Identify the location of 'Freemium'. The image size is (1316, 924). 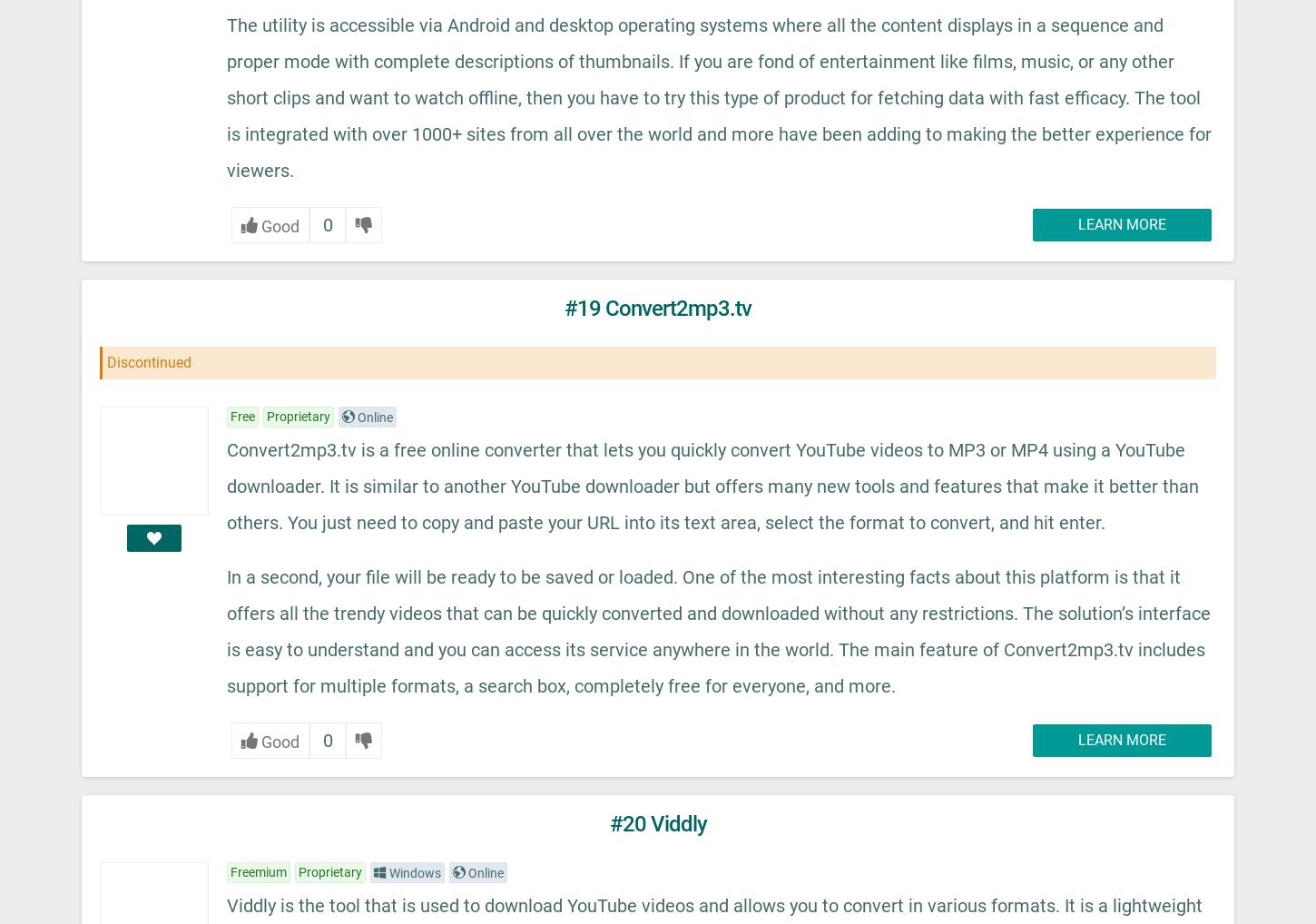
(231, 870).